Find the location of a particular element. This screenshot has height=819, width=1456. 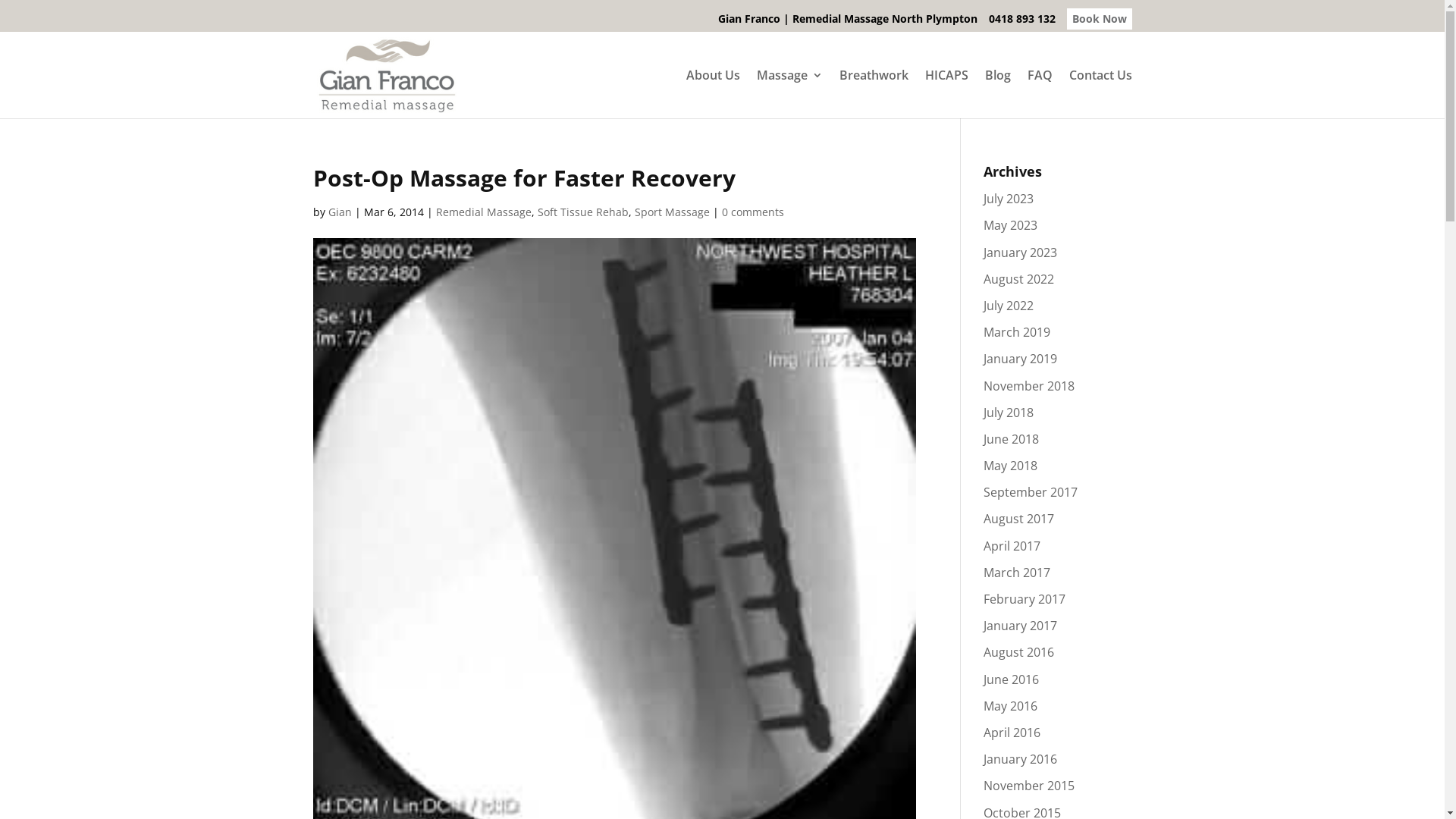

'Book Now' is located at coordinates (1099, 17).